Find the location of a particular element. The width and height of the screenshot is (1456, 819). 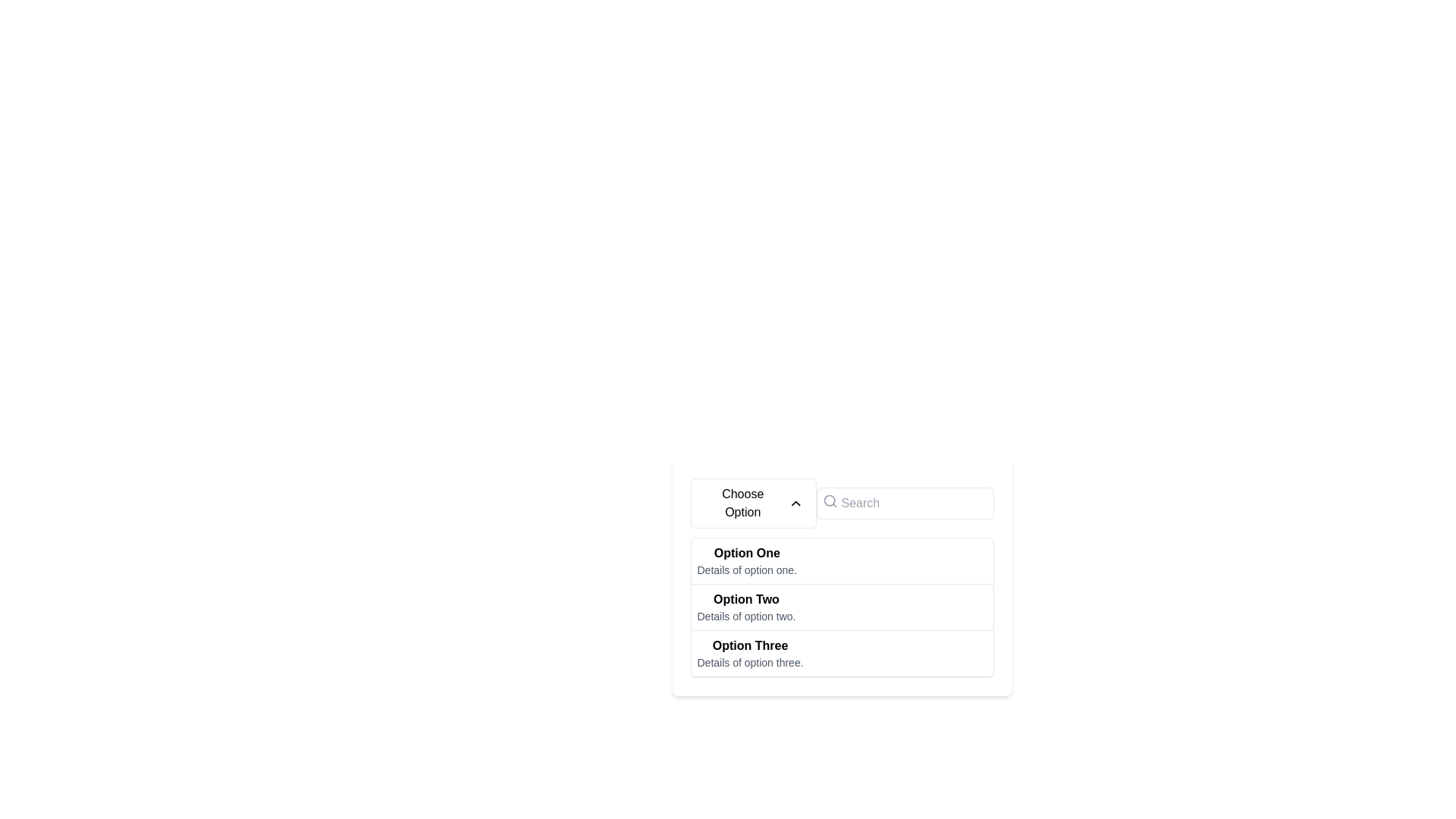

the dropdown-triggering button containing the label text is located at coordinates (742, 503).